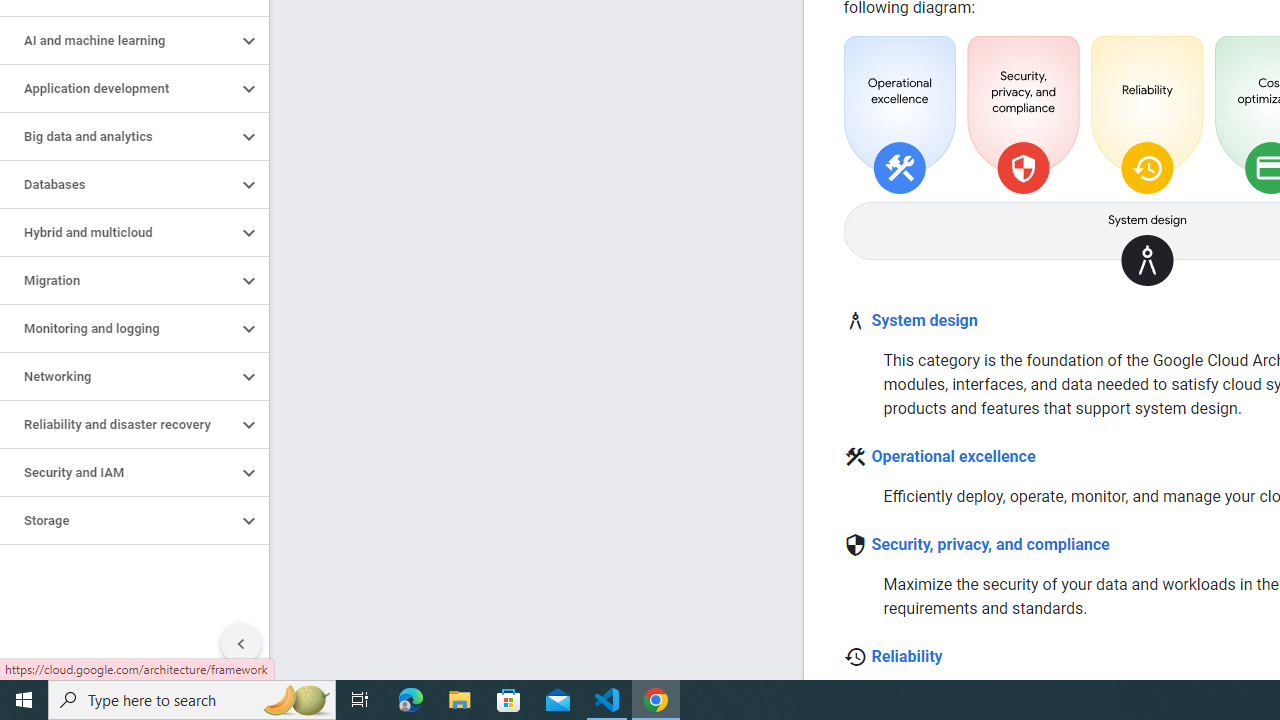 This screenshot has height=720, width=1280. What do you see at coordinates (117, 281) in the screenshot?
I see `'Migration'` at bounding box center [117, 281].